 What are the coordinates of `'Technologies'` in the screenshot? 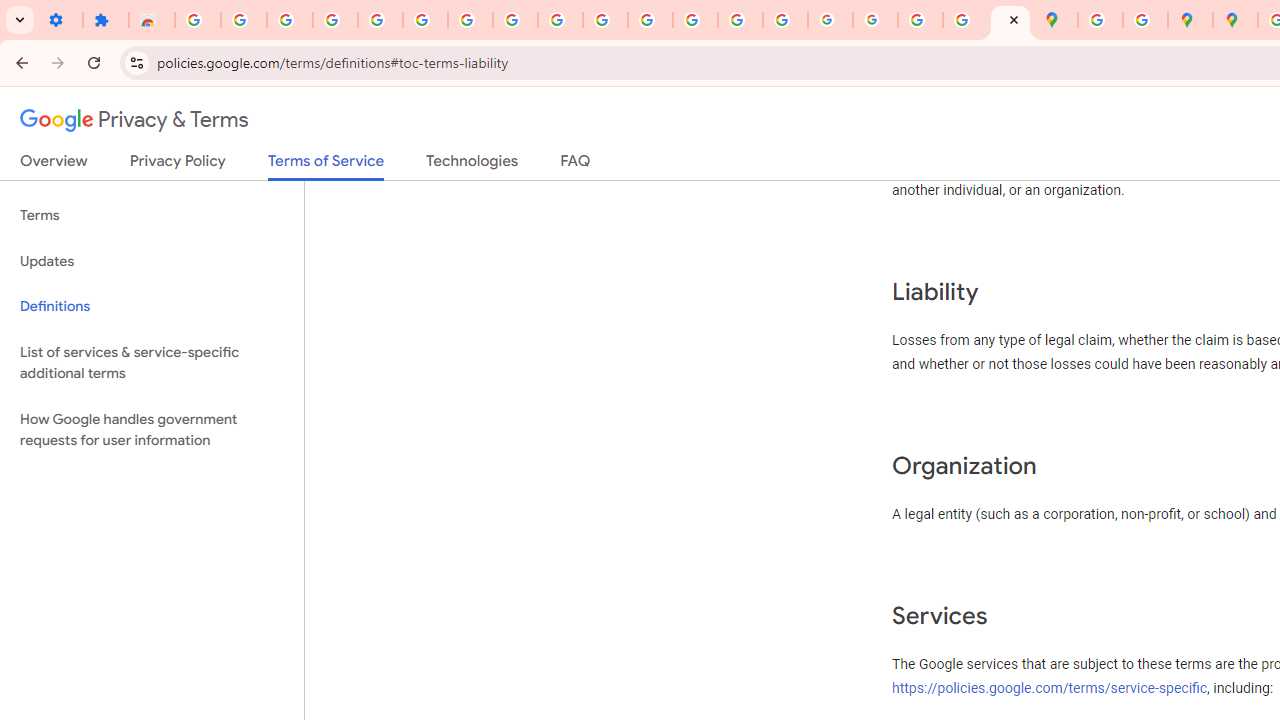 It's located at (471, 164).